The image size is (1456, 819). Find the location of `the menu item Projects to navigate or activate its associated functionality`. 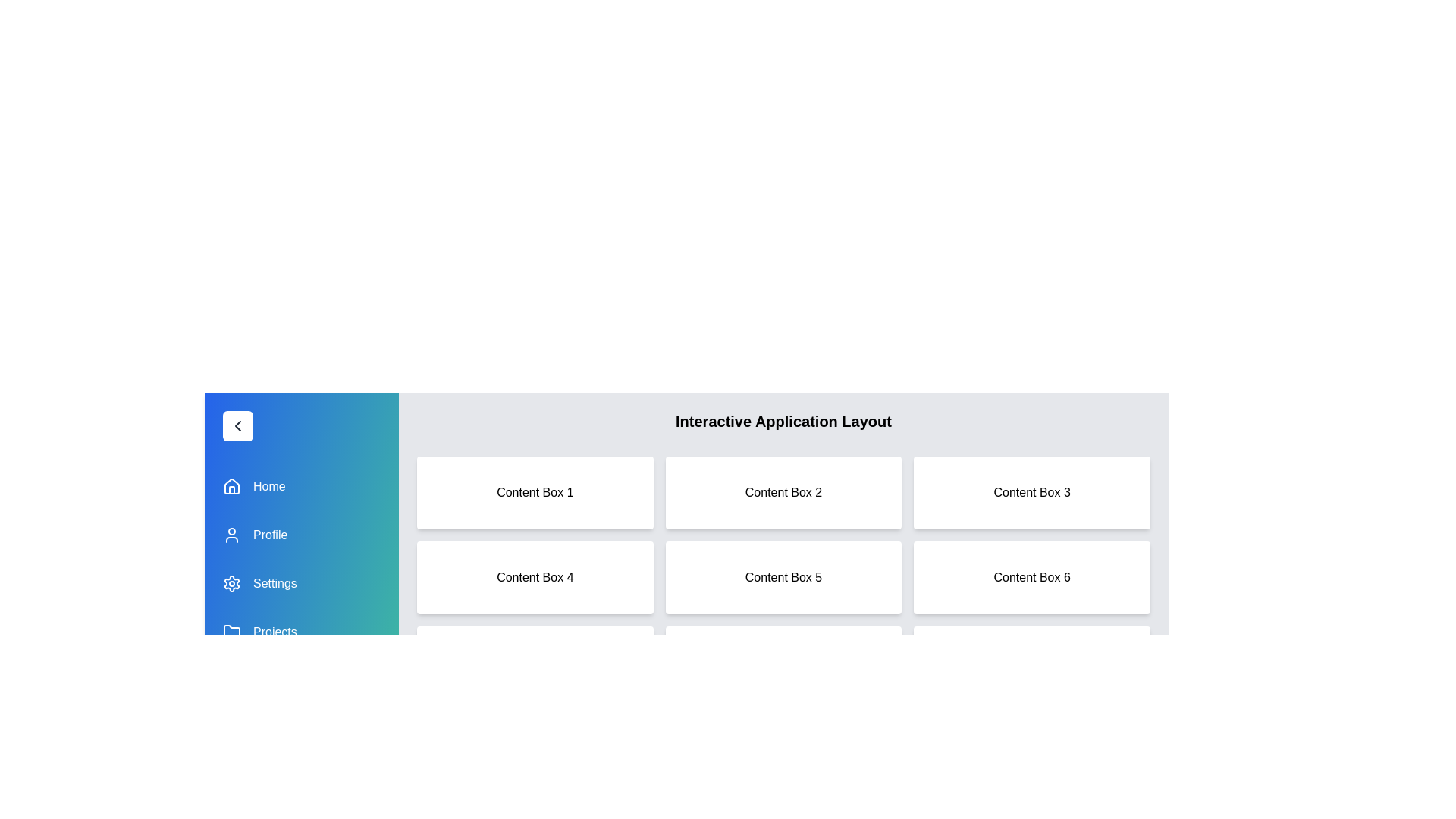

the menu item Projects to navigate or activate its associated functionality is located at coordinates (302, 632).